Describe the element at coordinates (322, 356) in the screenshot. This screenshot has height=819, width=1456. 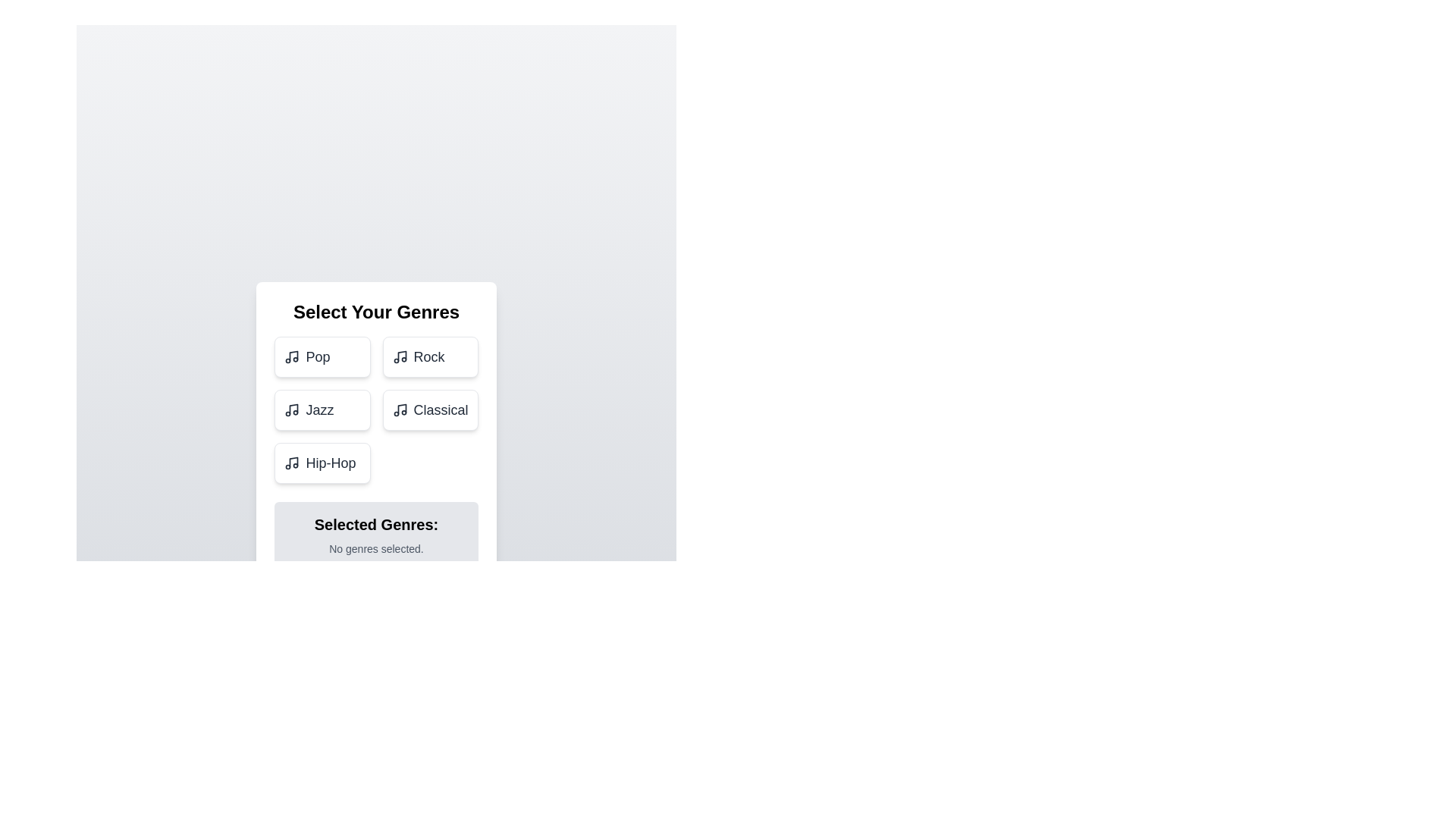
I see `the genre Pop` at that location.